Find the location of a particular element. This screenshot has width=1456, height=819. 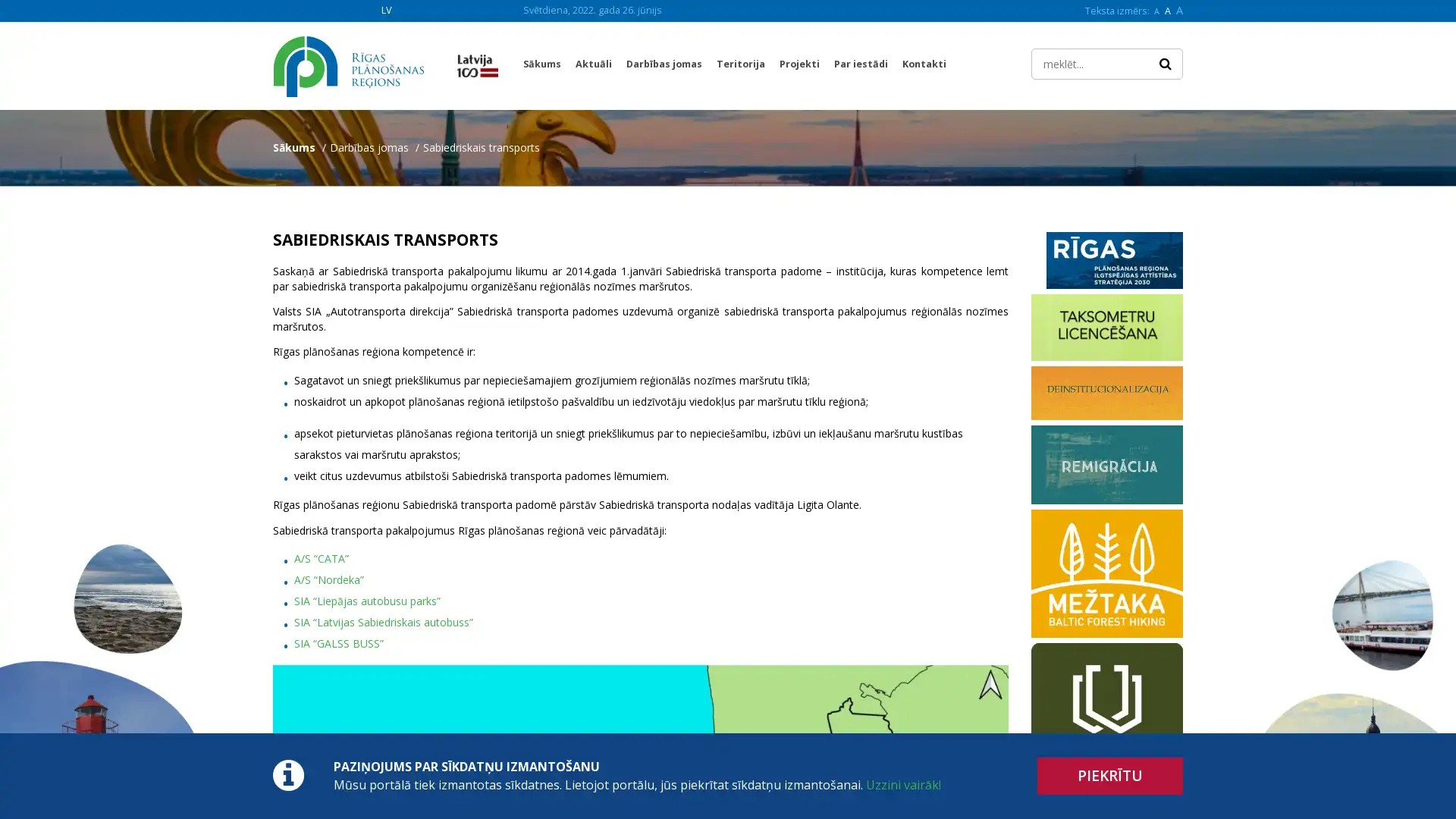

PIEKRITU is located at coordinates (1110, 776).